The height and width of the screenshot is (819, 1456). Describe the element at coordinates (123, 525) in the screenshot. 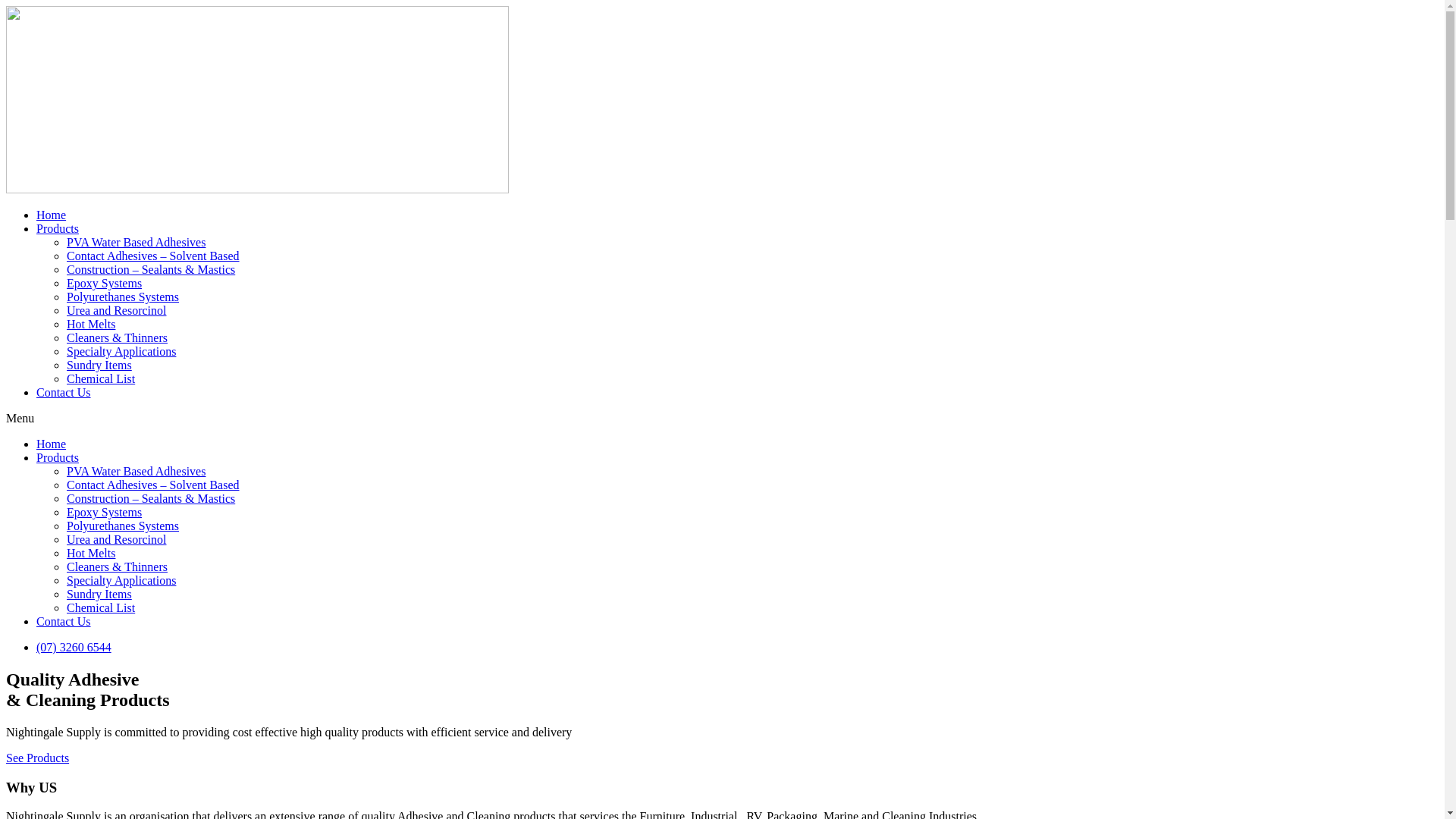

I see `'Polyurethanes Systems'` at that location.